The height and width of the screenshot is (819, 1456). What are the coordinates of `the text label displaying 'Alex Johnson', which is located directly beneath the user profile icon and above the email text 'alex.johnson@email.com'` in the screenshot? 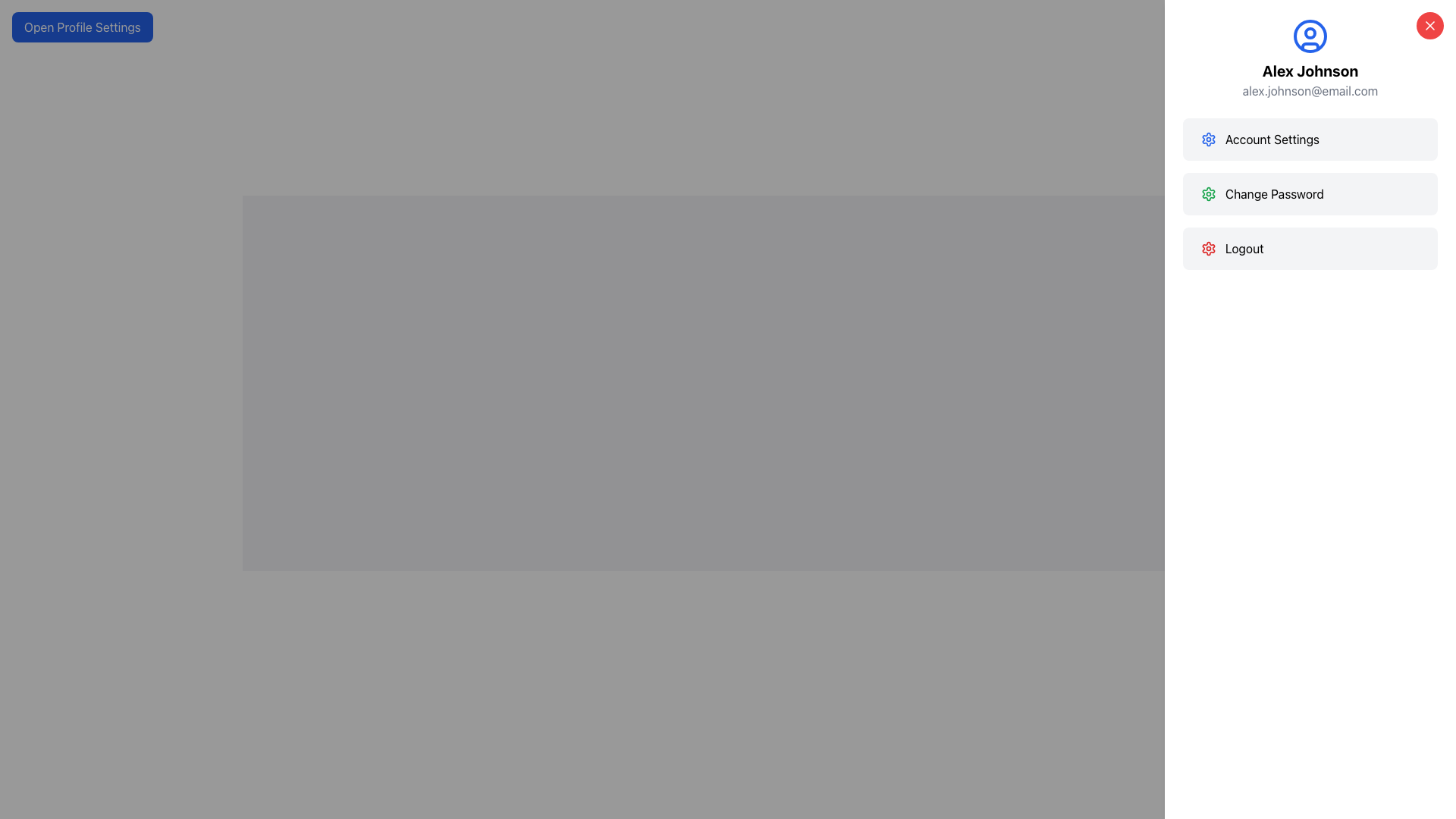 It's located at (1310, 71).